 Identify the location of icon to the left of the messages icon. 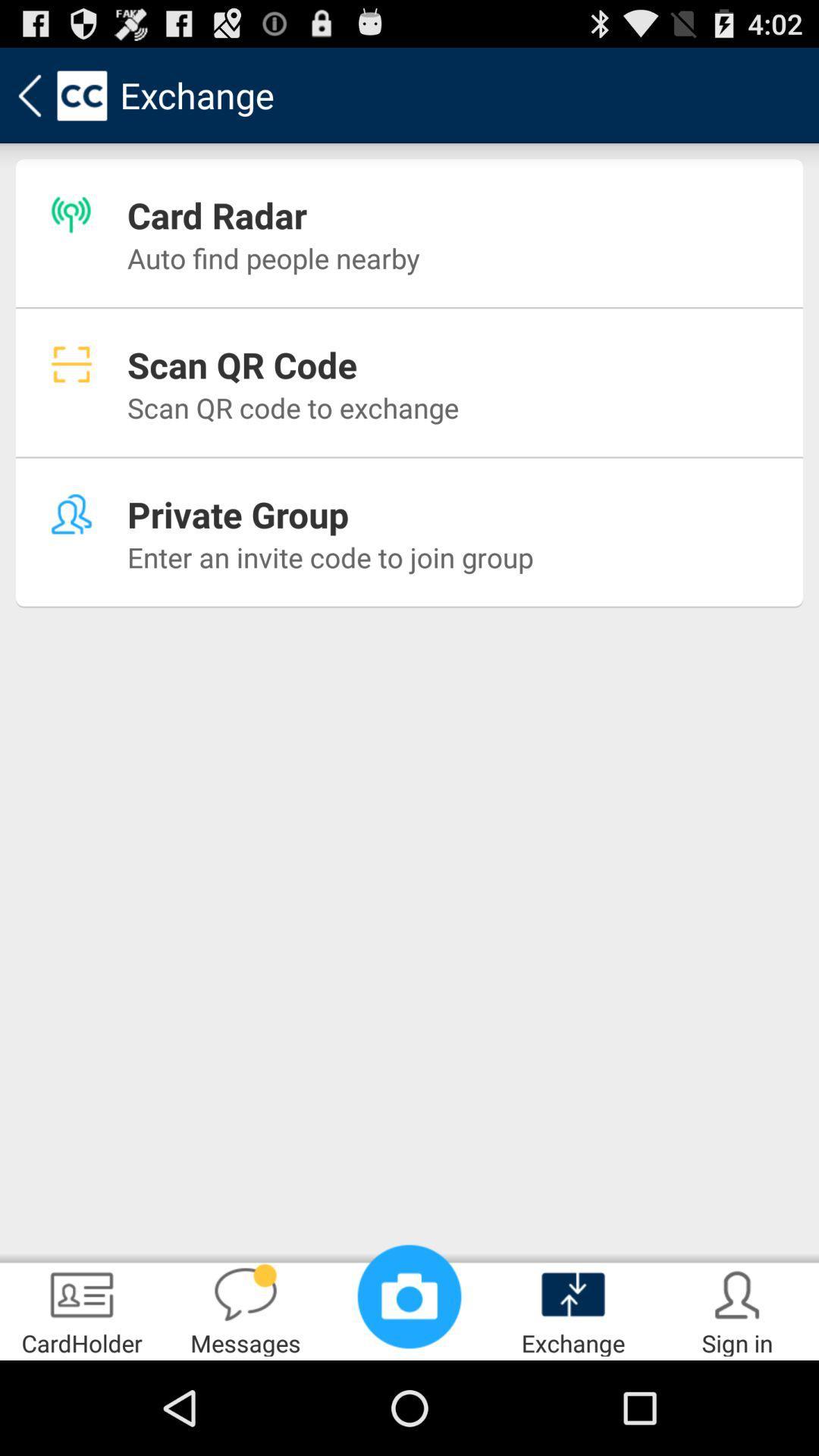
(82, 1309).